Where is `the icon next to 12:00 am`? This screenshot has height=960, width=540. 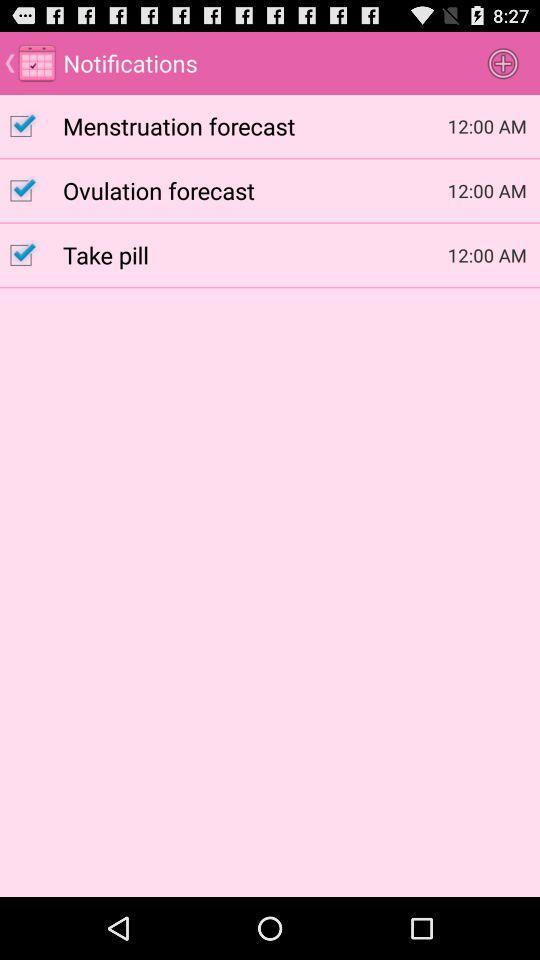
the icon next to 12:00 am is located at coordinates (255, 253).